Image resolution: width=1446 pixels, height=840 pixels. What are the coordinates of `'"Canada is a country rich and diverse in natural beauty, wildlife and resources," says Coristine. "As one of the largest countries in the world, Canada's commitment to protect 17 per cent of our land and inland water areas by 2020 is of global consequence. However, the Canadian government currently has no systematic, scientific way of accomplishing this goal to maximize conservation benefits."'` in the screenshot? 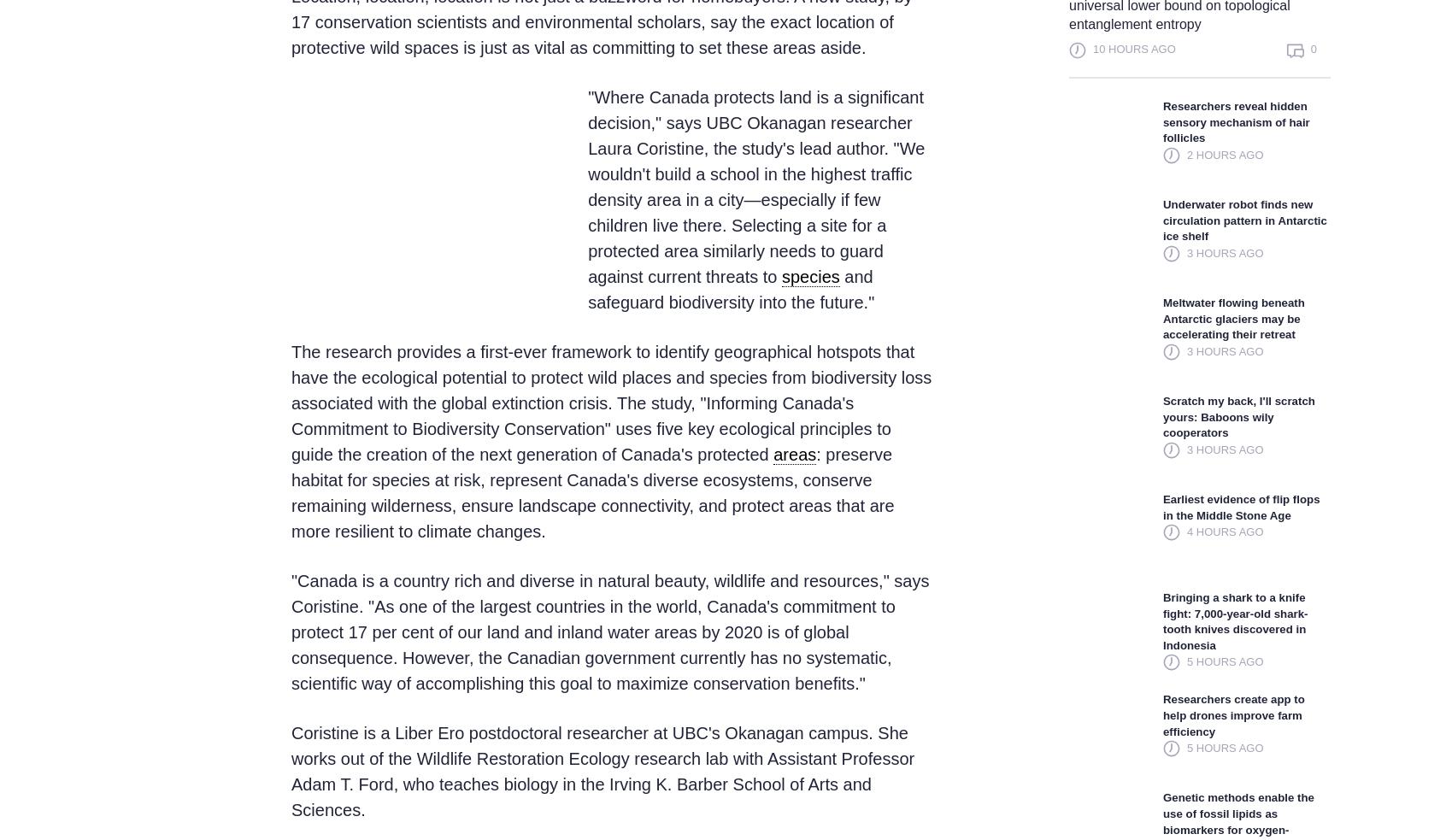 It's located at (609, 631).